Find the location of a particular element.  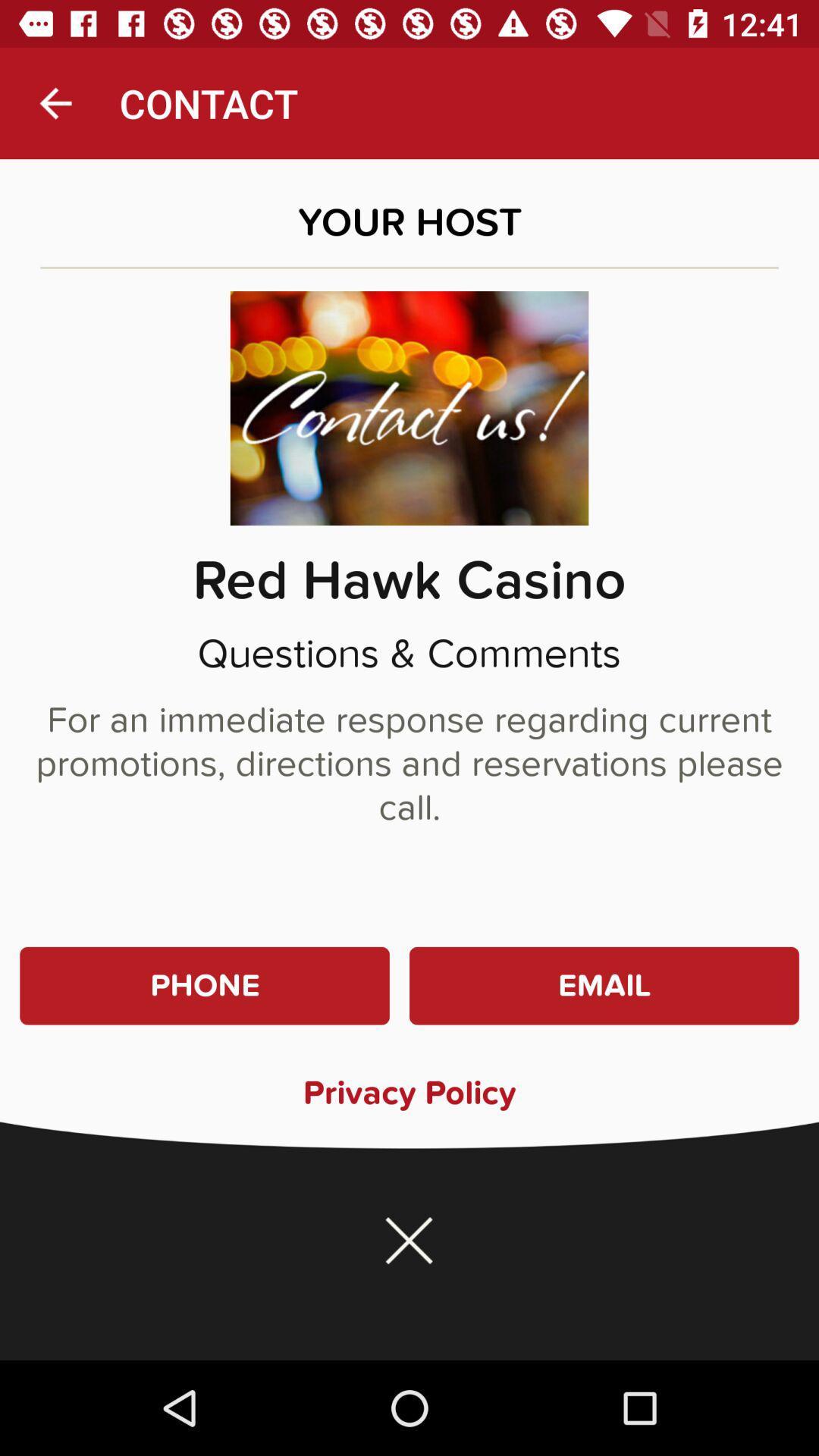

icon next to the email is located at coordinates (205, 986).